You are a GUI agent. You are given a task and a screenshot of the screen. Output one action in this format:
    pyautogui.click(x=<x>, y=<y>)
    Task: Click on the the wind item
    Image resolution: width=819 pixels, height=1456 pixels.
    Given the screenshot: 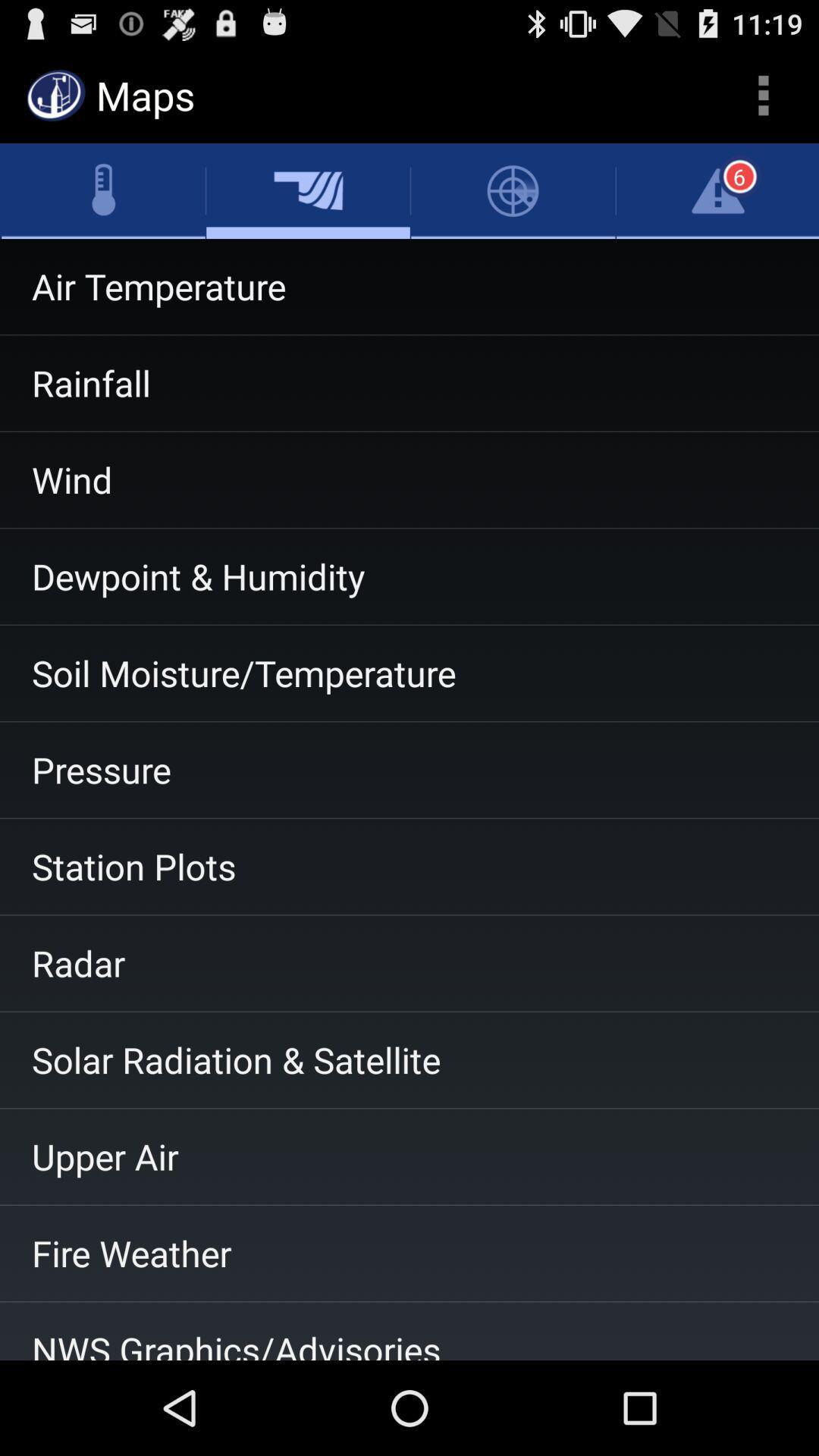 What is the action you would take?
    pyautogui.click(x=409, y=479)
    